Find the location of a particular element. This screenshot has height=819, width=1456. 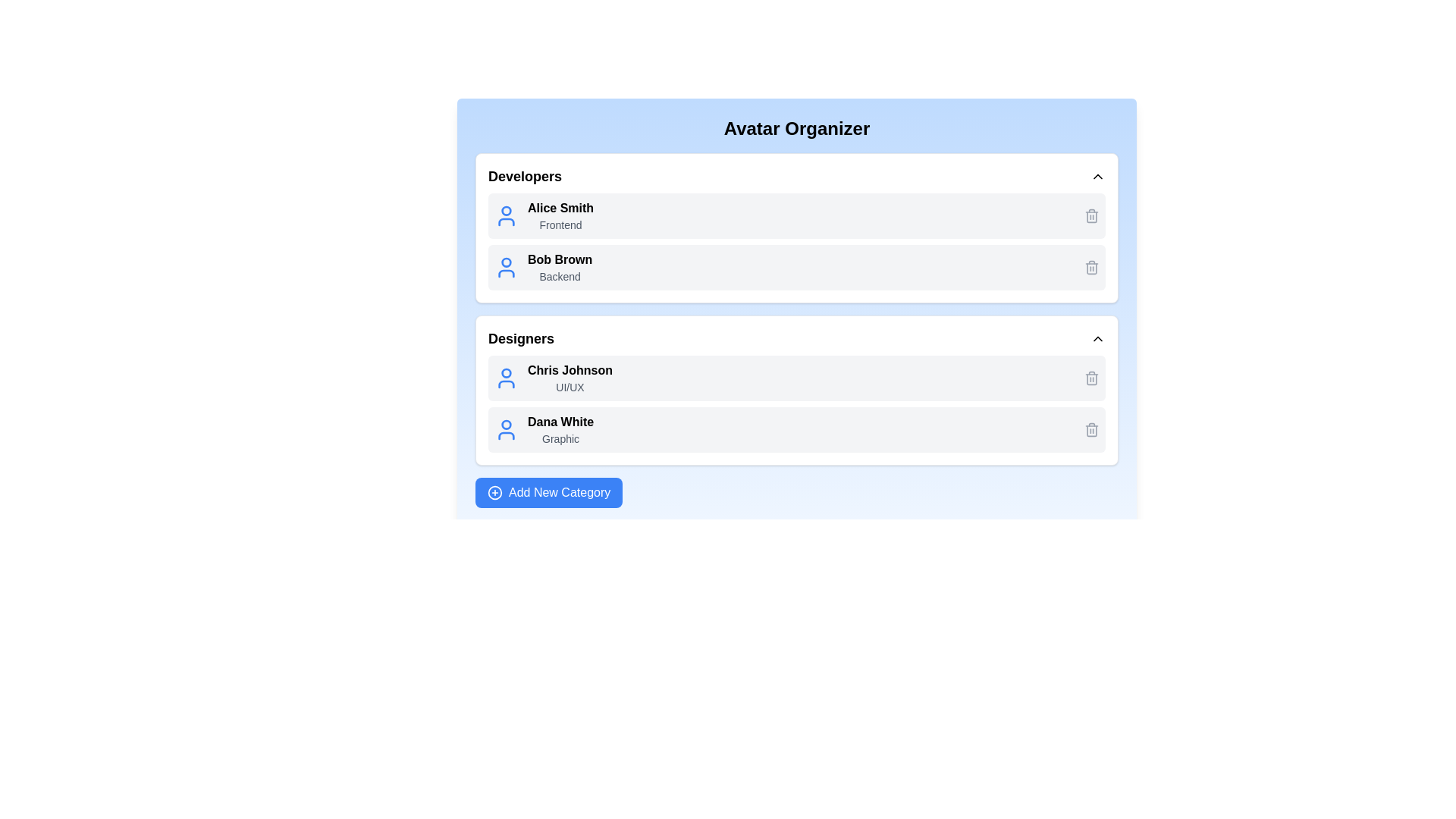

the text label displaying 'Frontend' that is located below the name label 'Alice Smith' in the 'Developers' section is located at coordinates (560, 225).